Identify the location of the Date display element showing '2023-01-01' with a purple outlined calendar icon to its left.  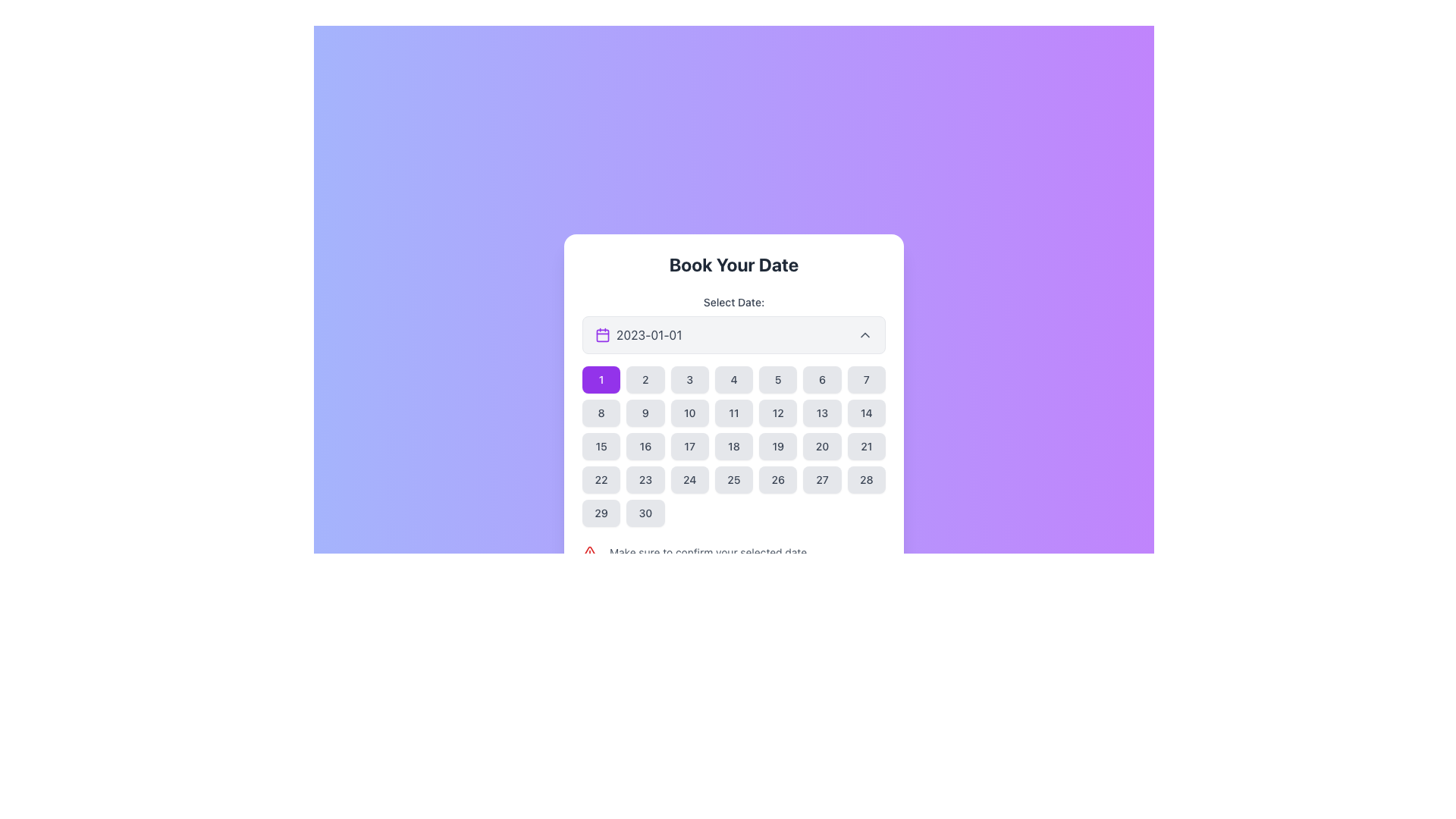
(639, 334).